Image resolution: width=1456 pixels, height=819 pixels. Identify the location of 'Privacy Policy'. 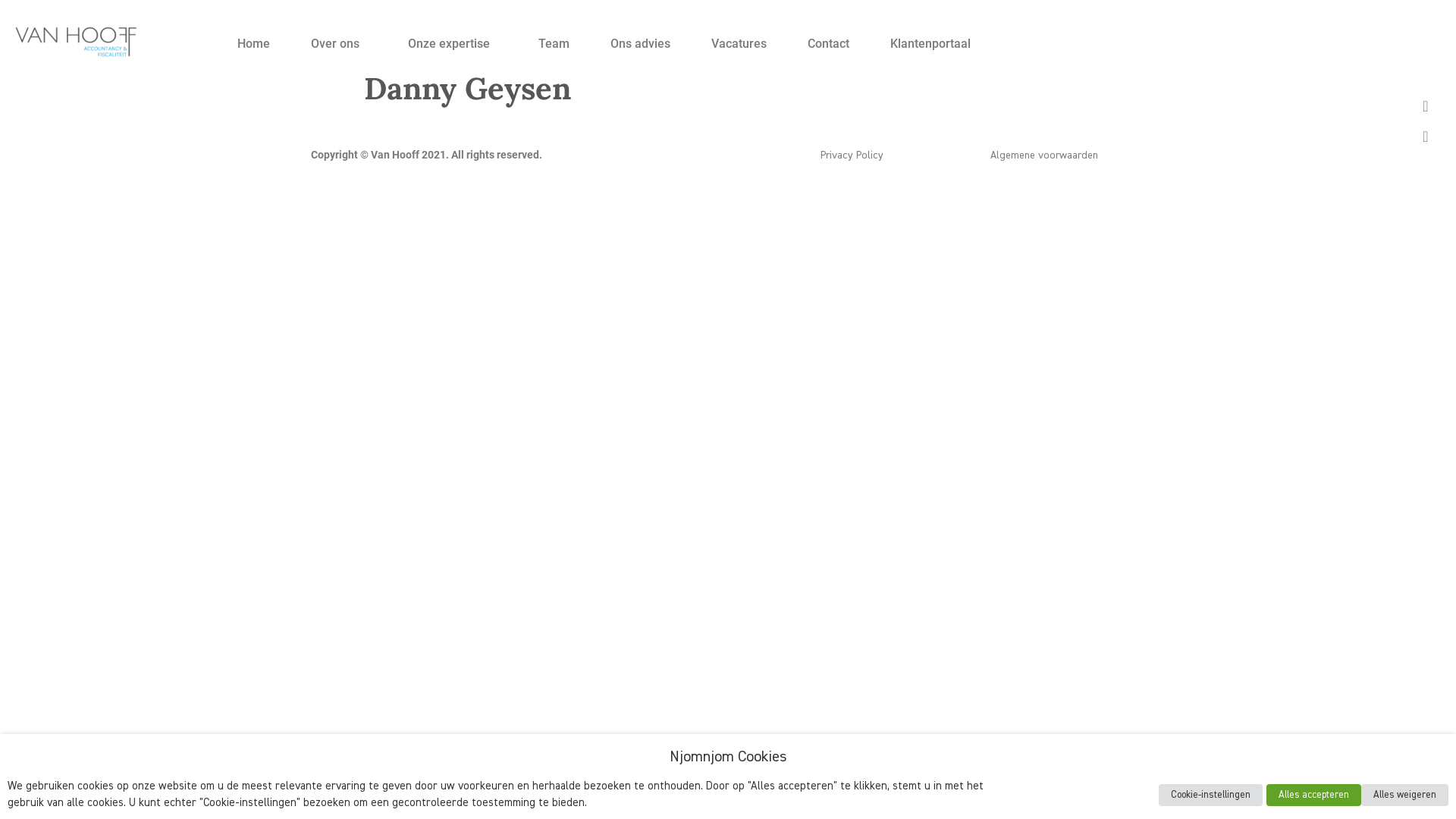
(819, 155).